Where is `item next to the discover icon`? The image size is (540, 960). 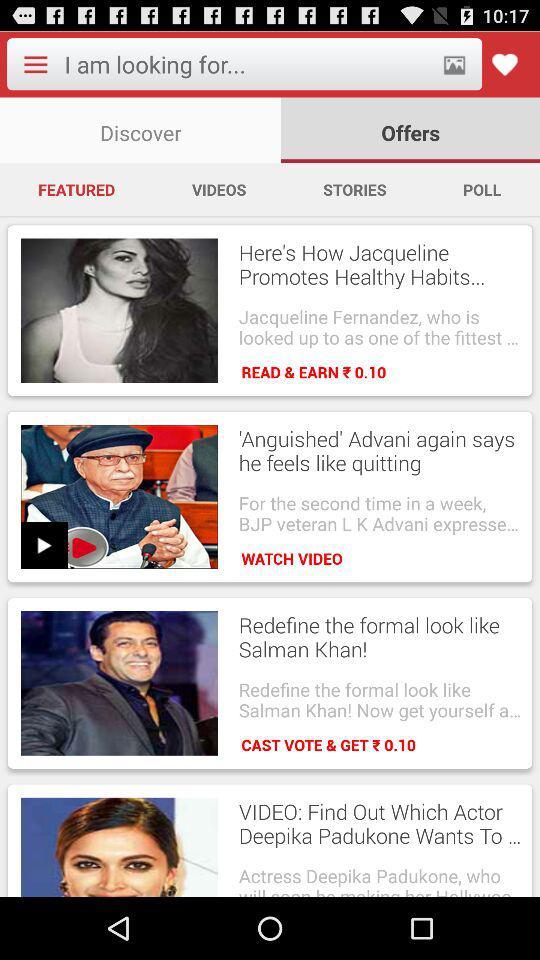
item next to the discover icon is located at coordinates (409, 129).